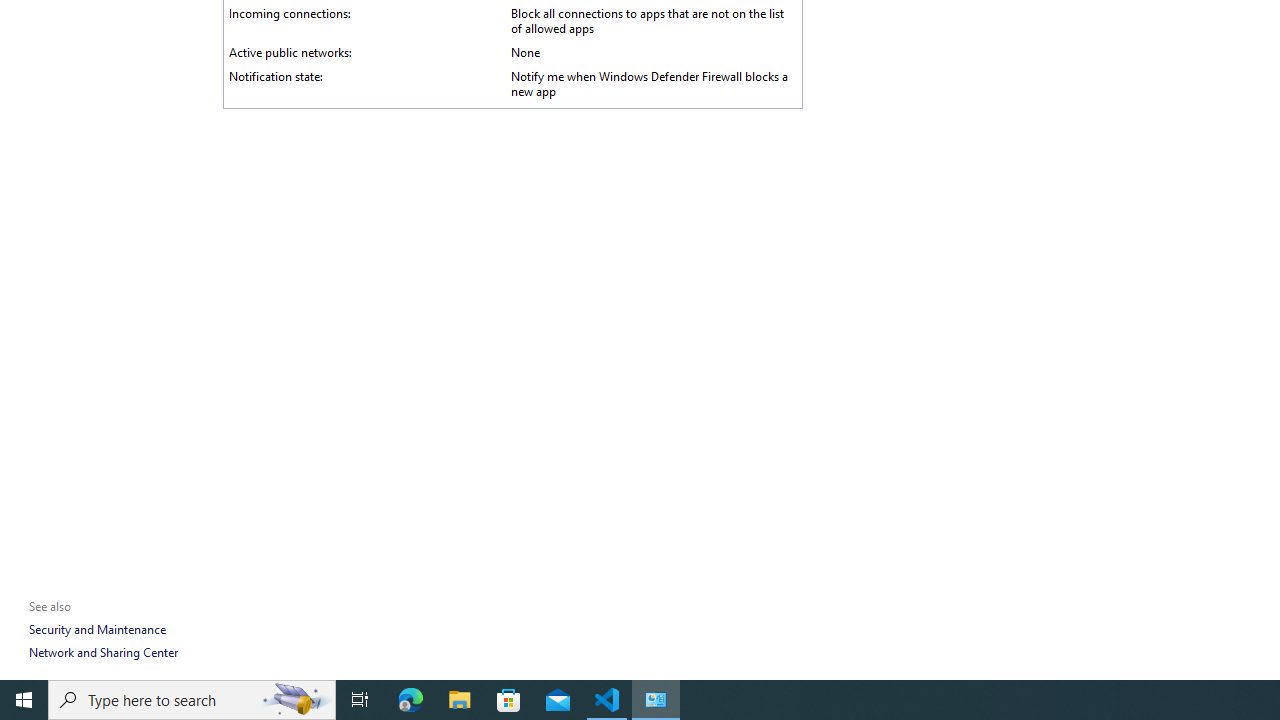 The width and height of the screenshot is (1280, 720). What do you see at coordinates (96, 628) in the screenshot?
I see `'Security and Maintenance'` at bounding box center [96, 628].